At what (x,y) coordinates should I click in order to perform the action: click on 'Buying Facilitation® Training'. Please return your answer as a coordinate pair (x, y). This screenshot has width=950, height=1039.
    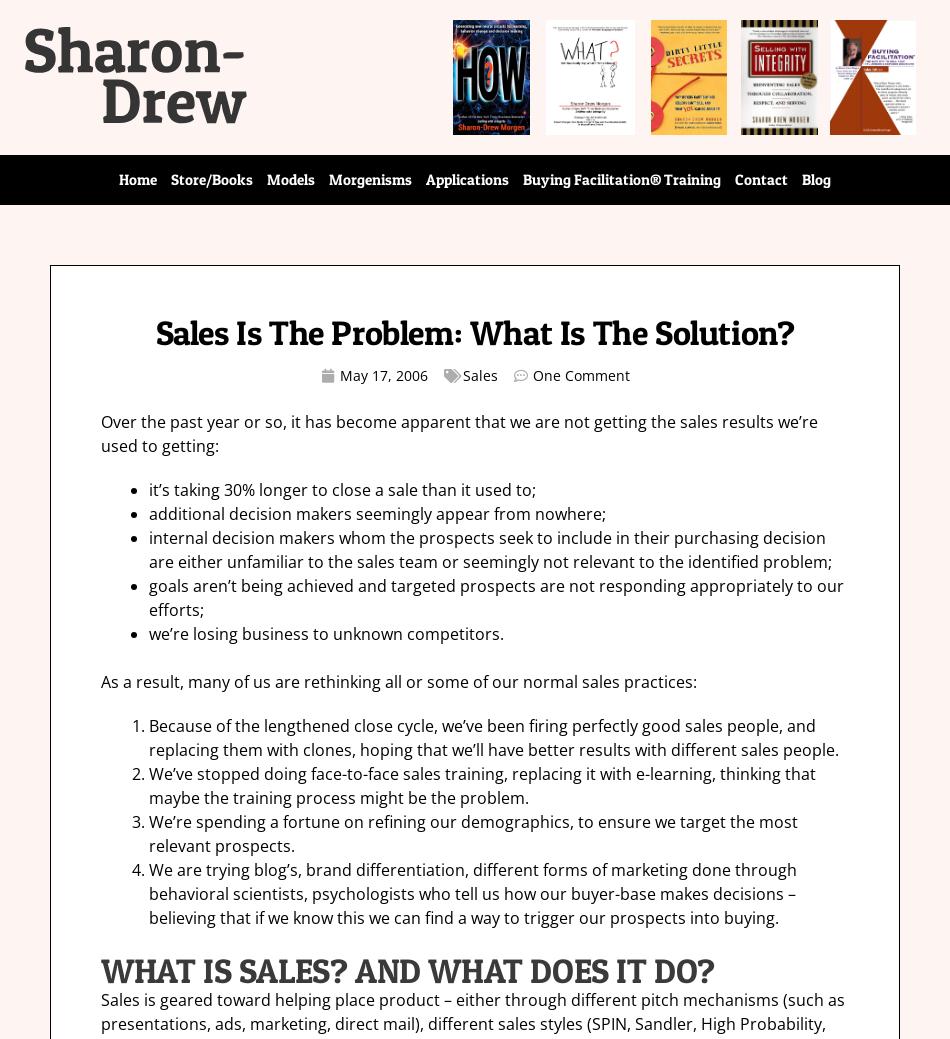
    Looking at the image, I should click on (621, 179).